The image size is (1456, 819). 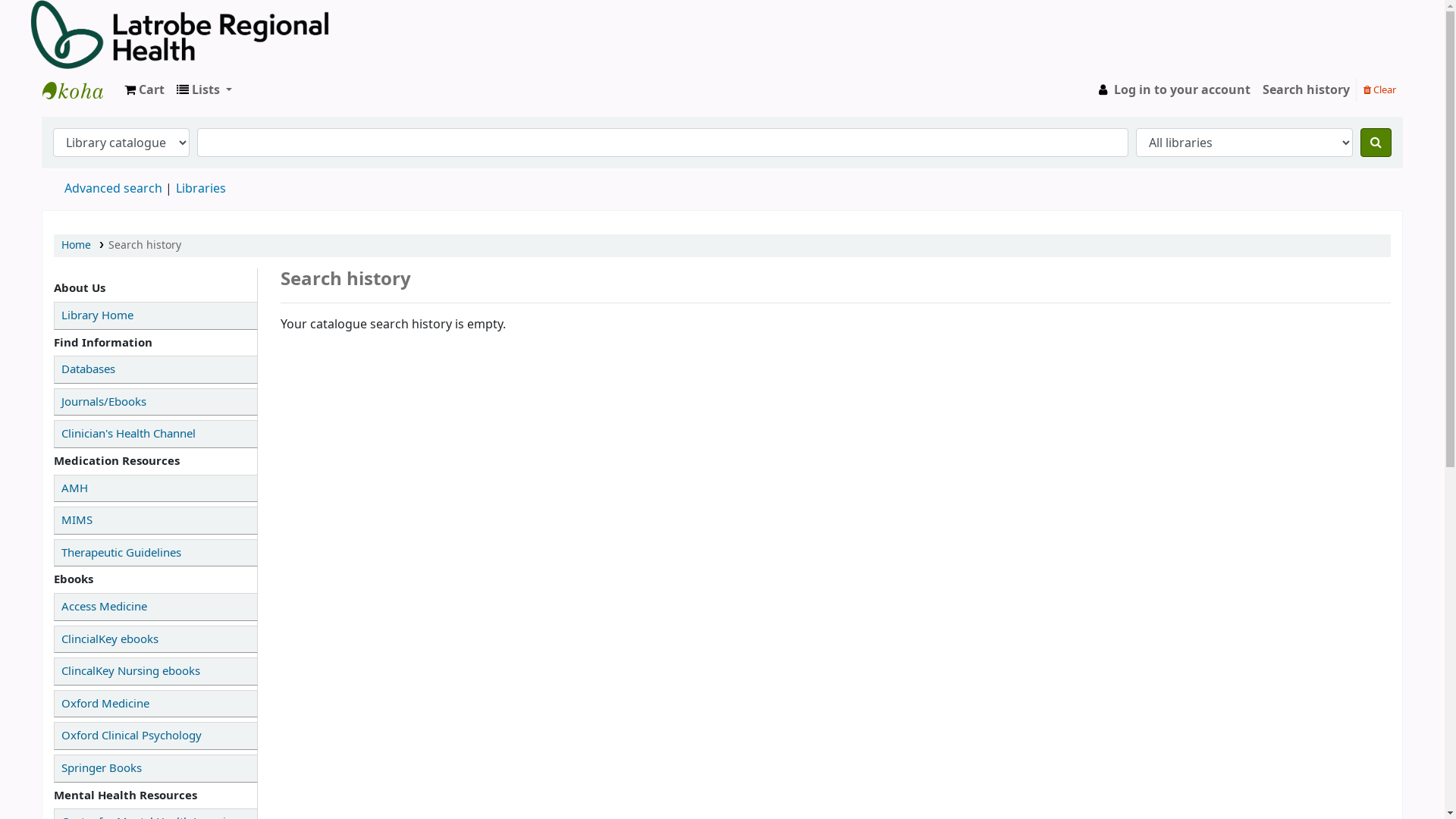 What do you see at coordinates (1305, 90) in the screenshot?
I see `'Search history'` at bounding box center [1305, 90].